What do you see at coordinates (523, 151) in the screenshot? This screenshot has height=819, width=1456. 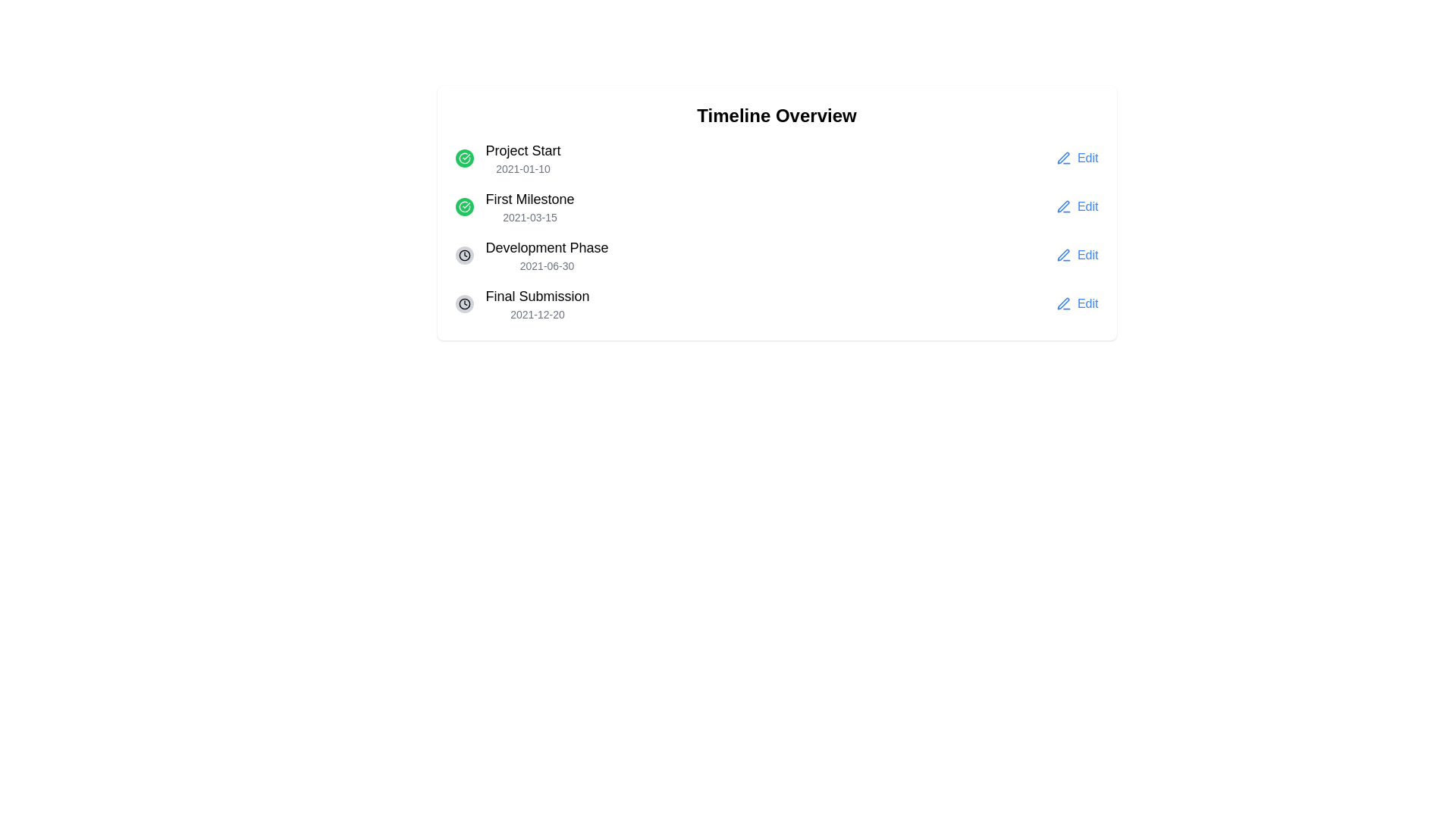 I see `text label that represents a milestone in the timeline overview, located above the date '2021-01-10' and adjacent to a checkmark icon` at bounding box center [523, 151].